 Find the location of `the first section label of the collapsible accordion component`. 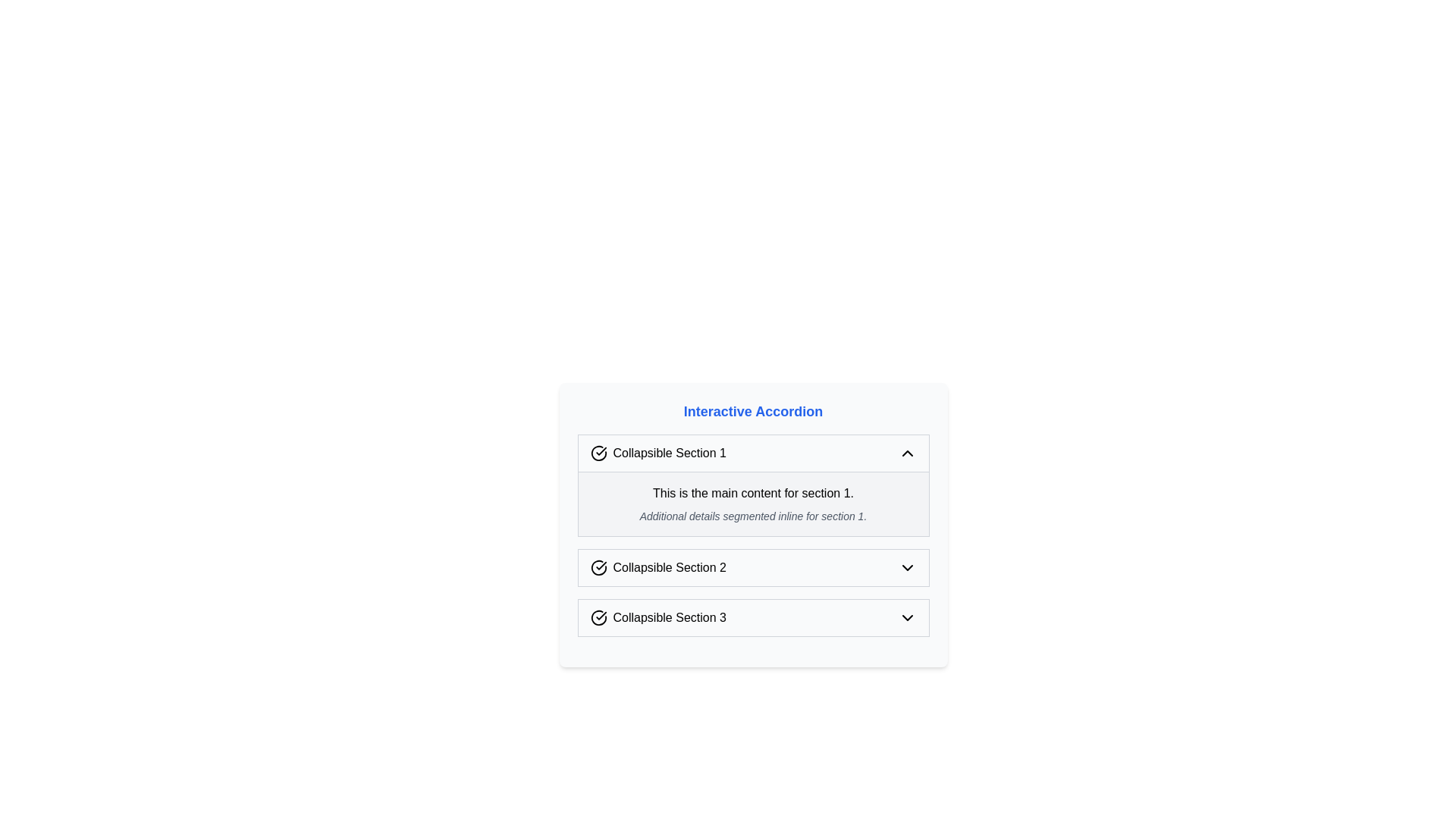

the first section label of the collapsible accordion component is located at coordinates (658, 452).